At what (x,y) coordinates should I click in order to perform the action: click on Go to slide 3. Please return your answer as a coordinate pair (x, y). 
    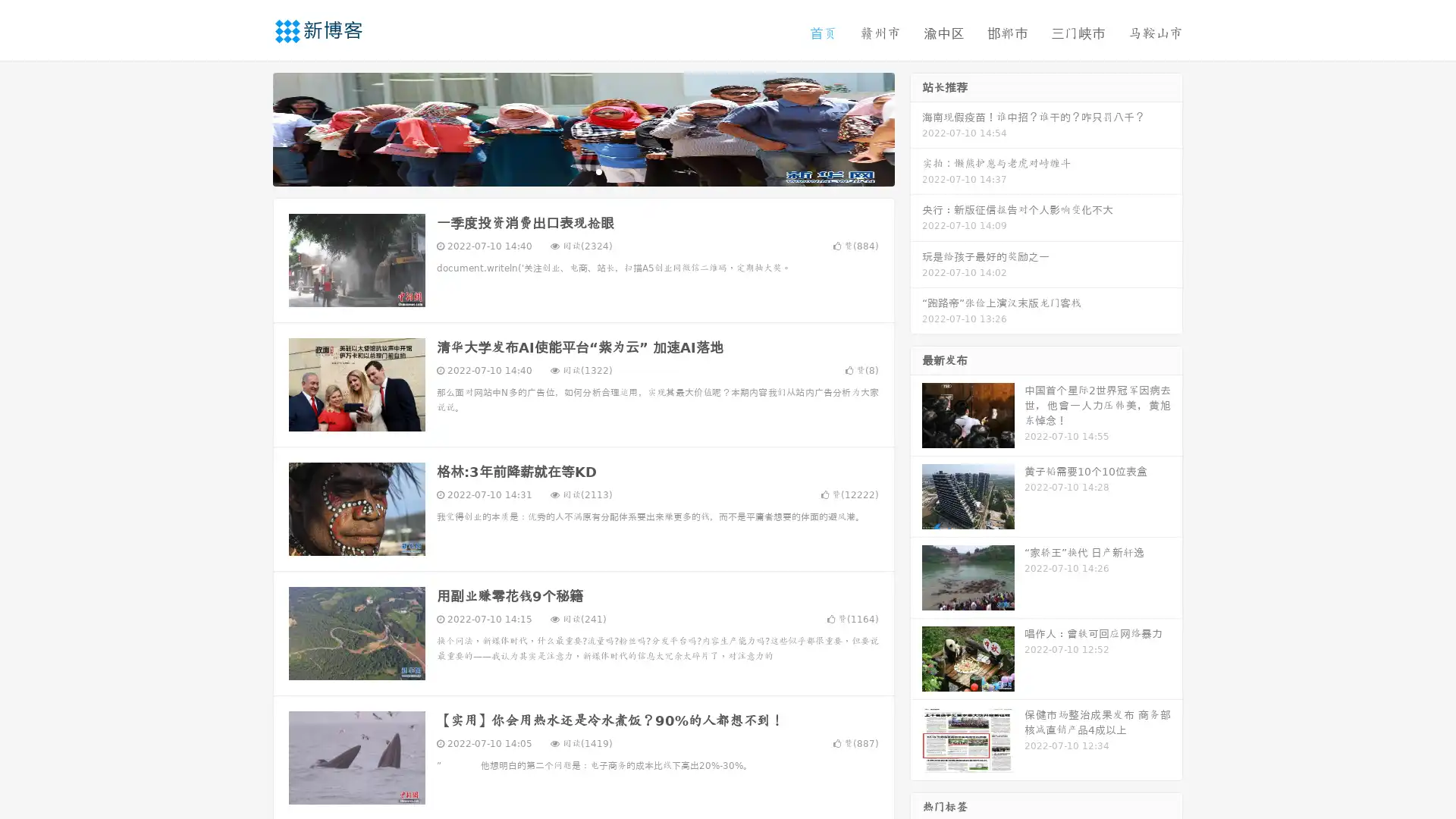
    Looking at the image, I should click on (598, 171).